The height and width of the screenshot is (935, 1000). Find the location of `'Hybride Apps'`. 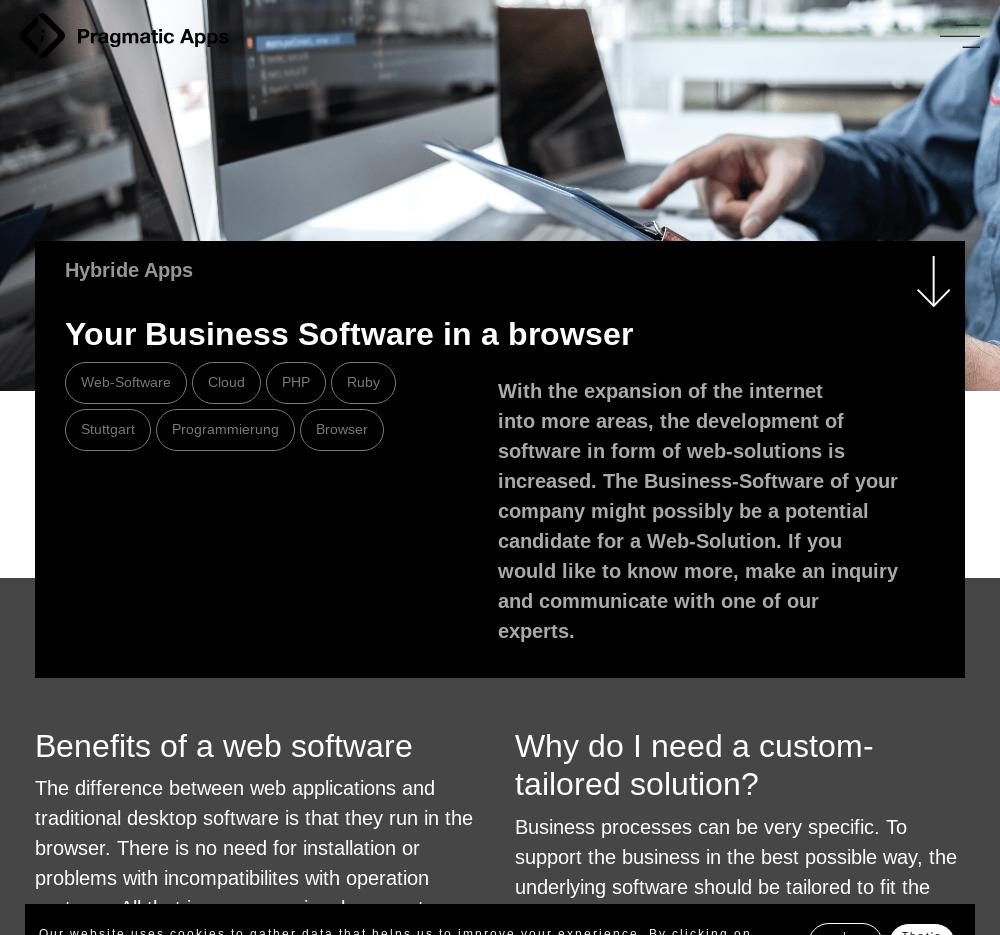

'Hybride Apps' is located at coordinates (129, 268).